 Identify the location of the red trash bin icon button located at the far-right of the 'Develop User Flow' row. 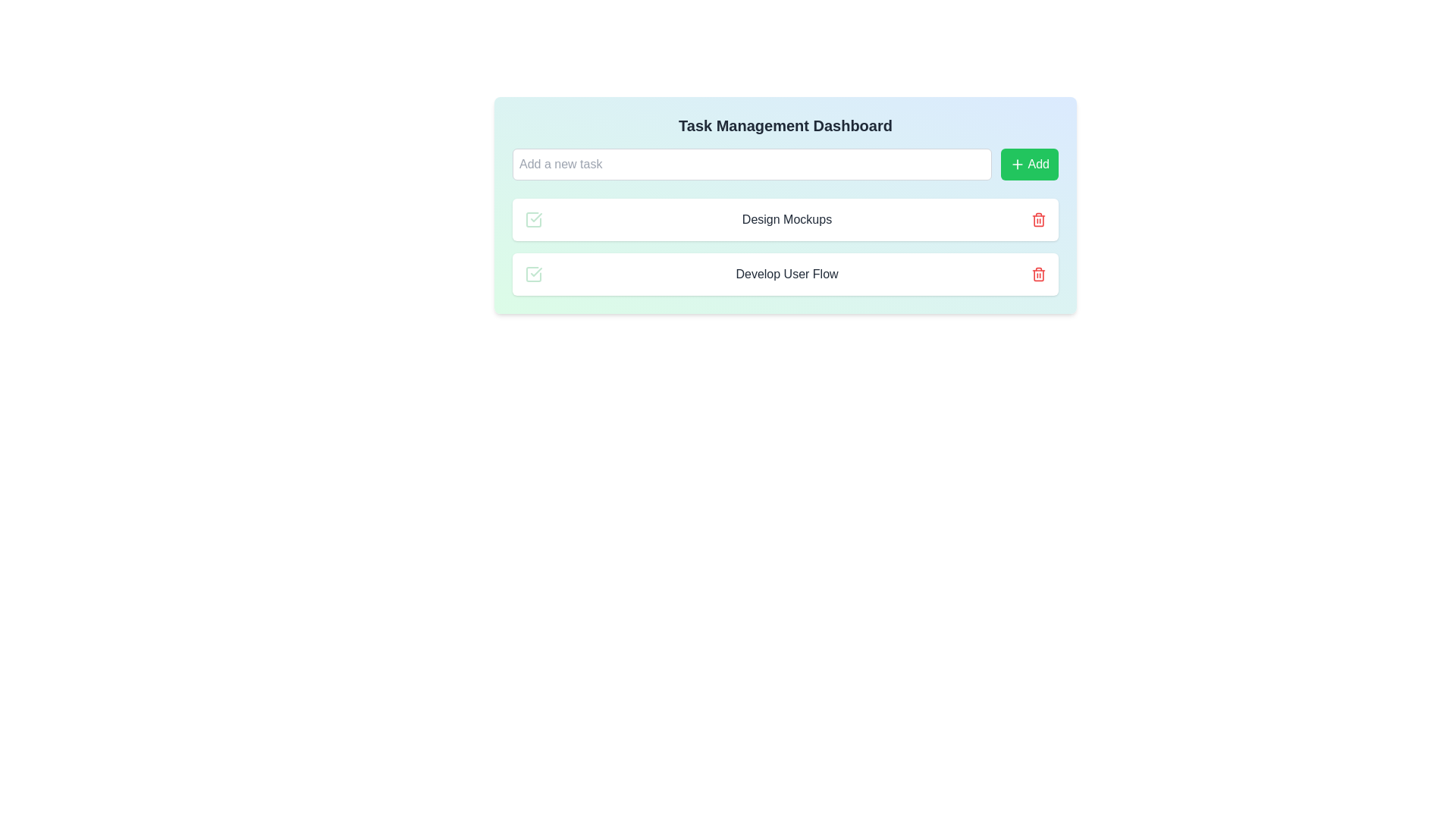
(1037, 275).